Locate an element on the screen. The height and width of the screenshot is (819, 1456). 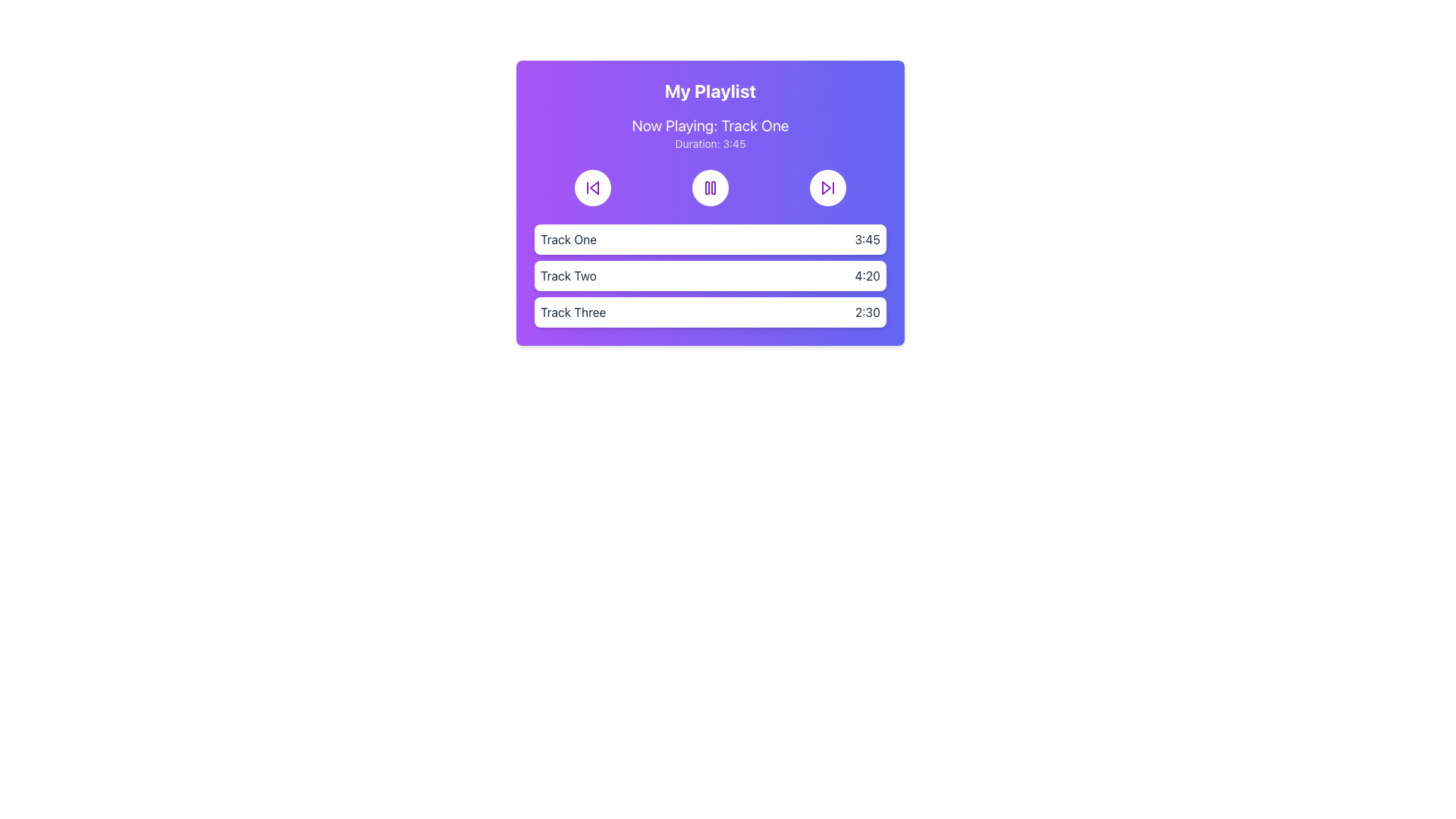
the rewind button, which is the right triangular inner part of the left-most button among three circular buttons on the left side of the central control section within a purple-themed card is located at coordinates (594, 187).